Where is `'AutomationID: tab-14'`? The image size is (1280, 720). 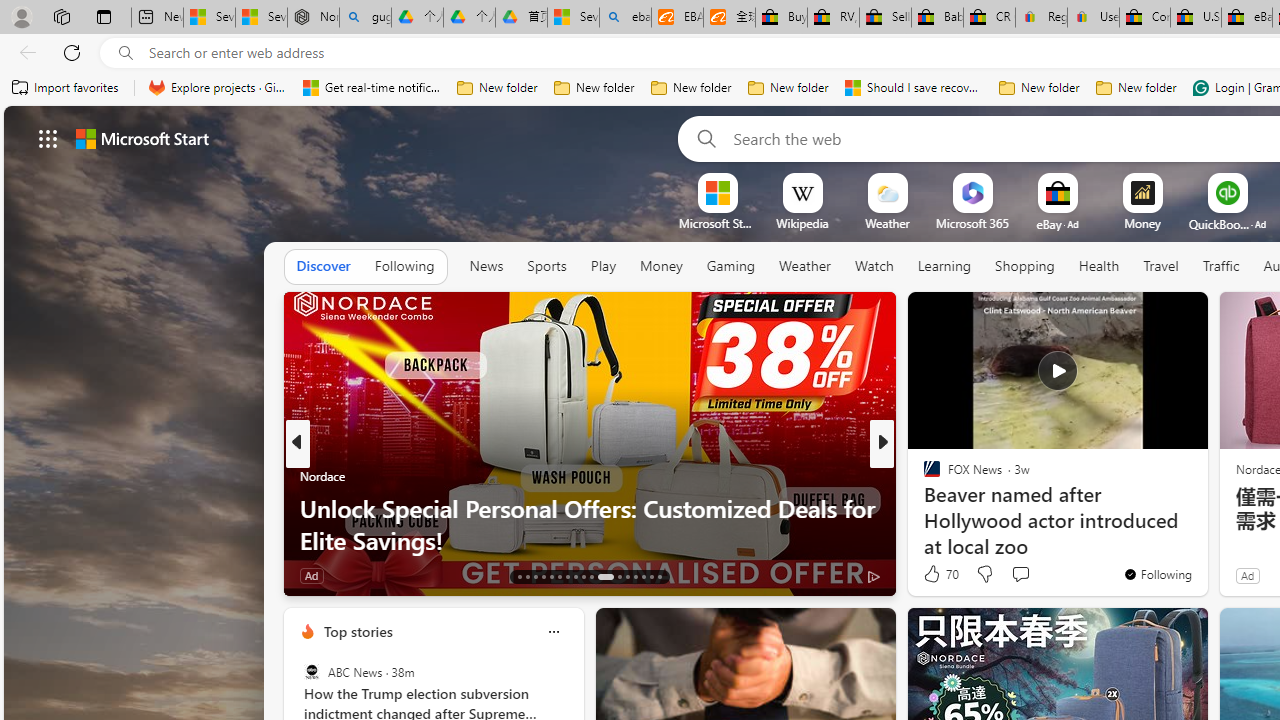 'AutomationID: tab-14' is located at coordinates (528, 577).